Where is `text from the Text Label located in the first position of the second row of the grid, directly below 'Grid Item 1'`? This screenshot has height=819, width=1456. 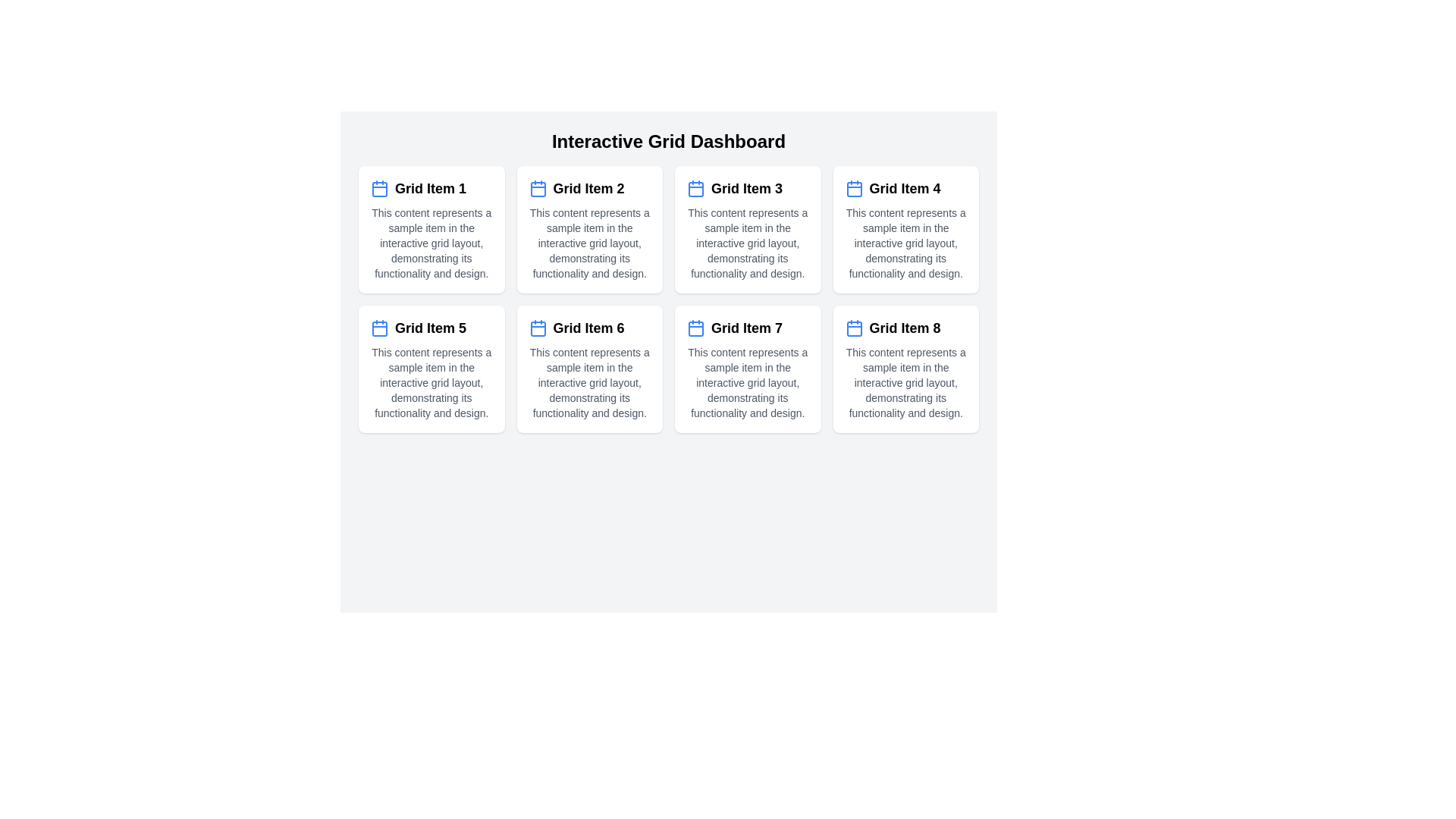 text from the Text Label located in the first position of the second row of the grid, directly below 'Grid Item 1' is located at coordinates (429, 327).